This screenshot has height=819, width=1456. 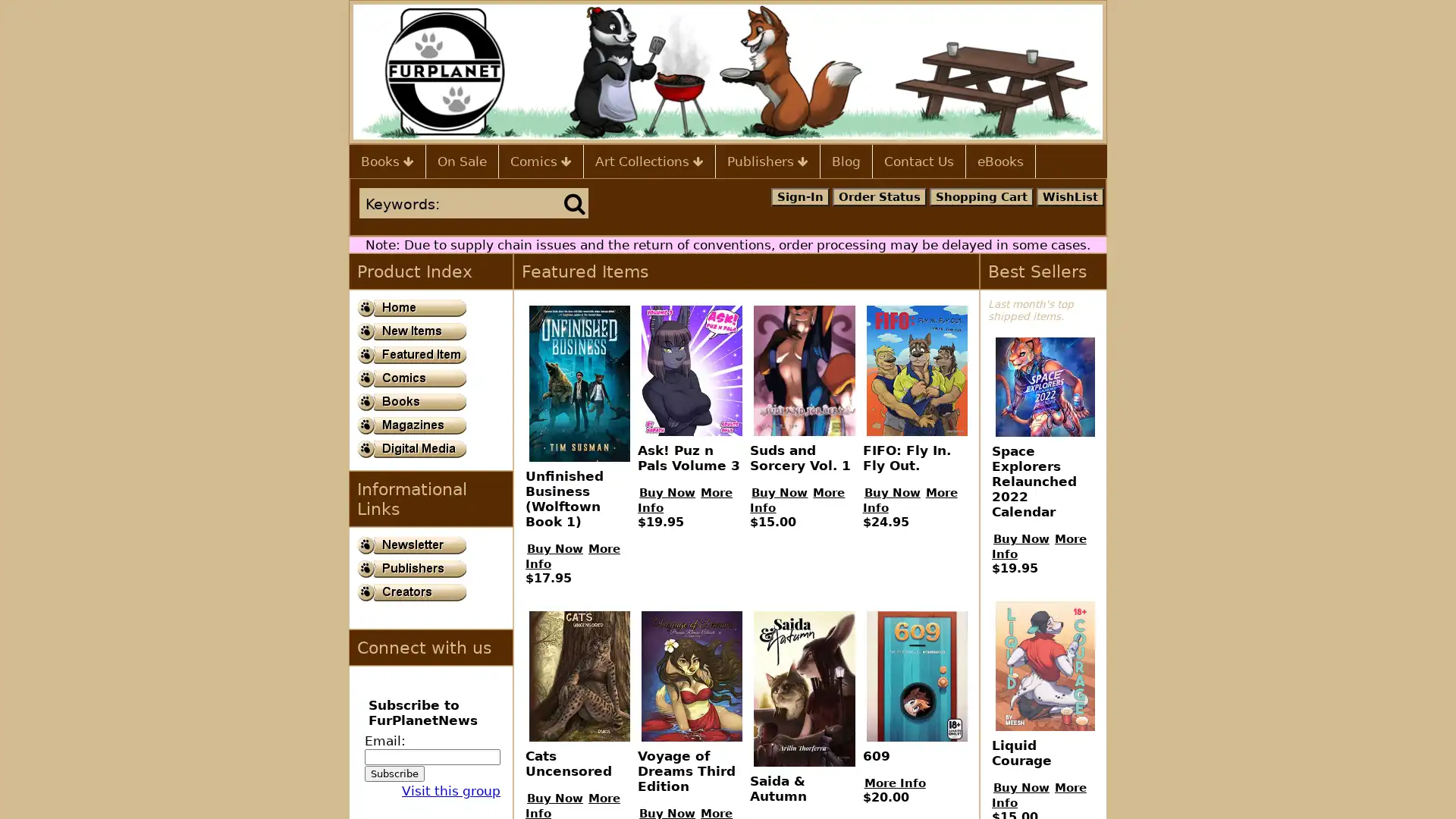 What do you see at coordinates (1069, 195) in the screenshot?
I see `WishList` at bounding box center [1069, 195].